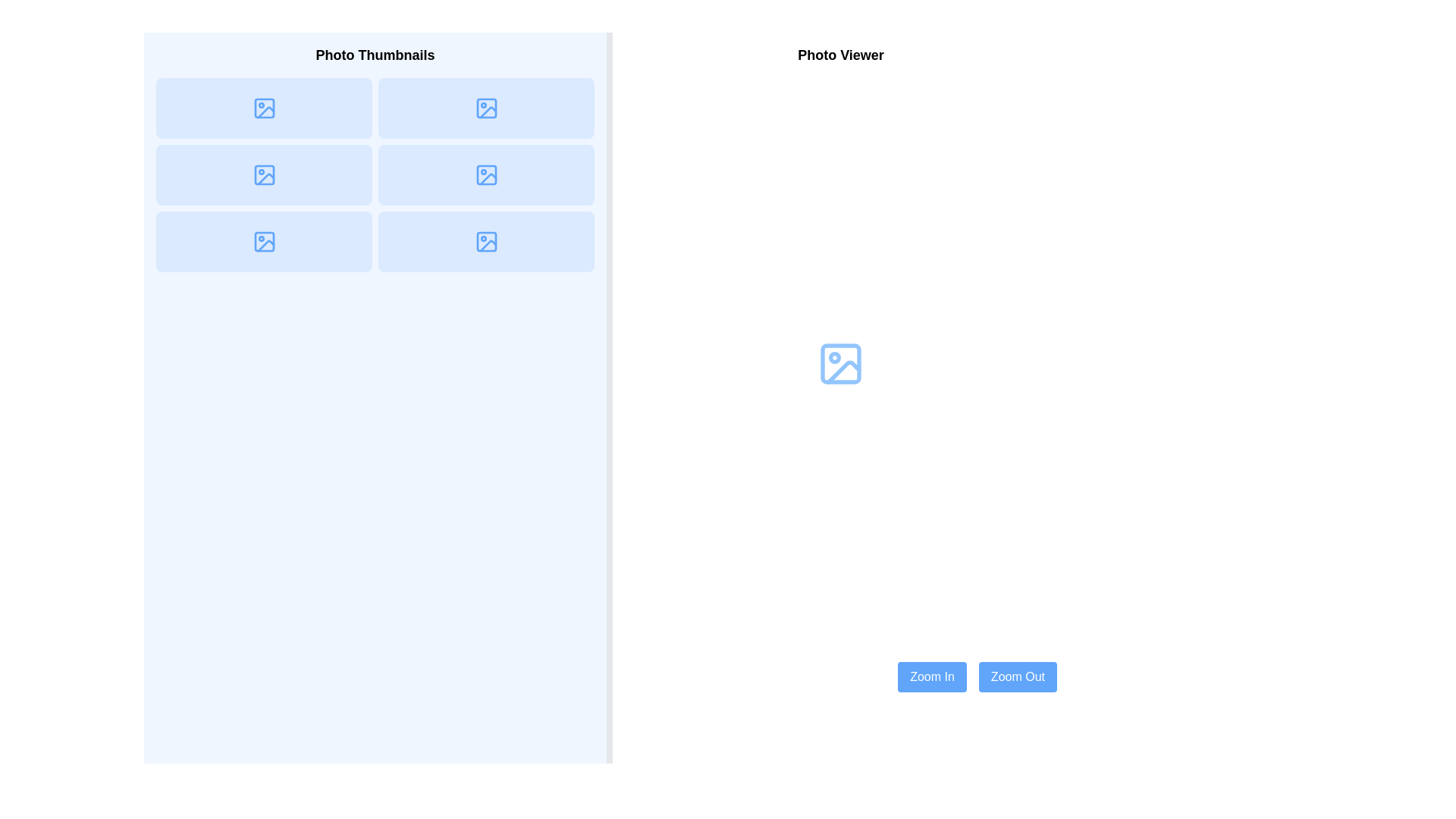 This screenshot has width=1456, height=819. I want to click on the light blue decorative indicator located in the top-right corner of the thumbnail icon in the middle column of the second row of the photo viewer interface, so click(486, 174).